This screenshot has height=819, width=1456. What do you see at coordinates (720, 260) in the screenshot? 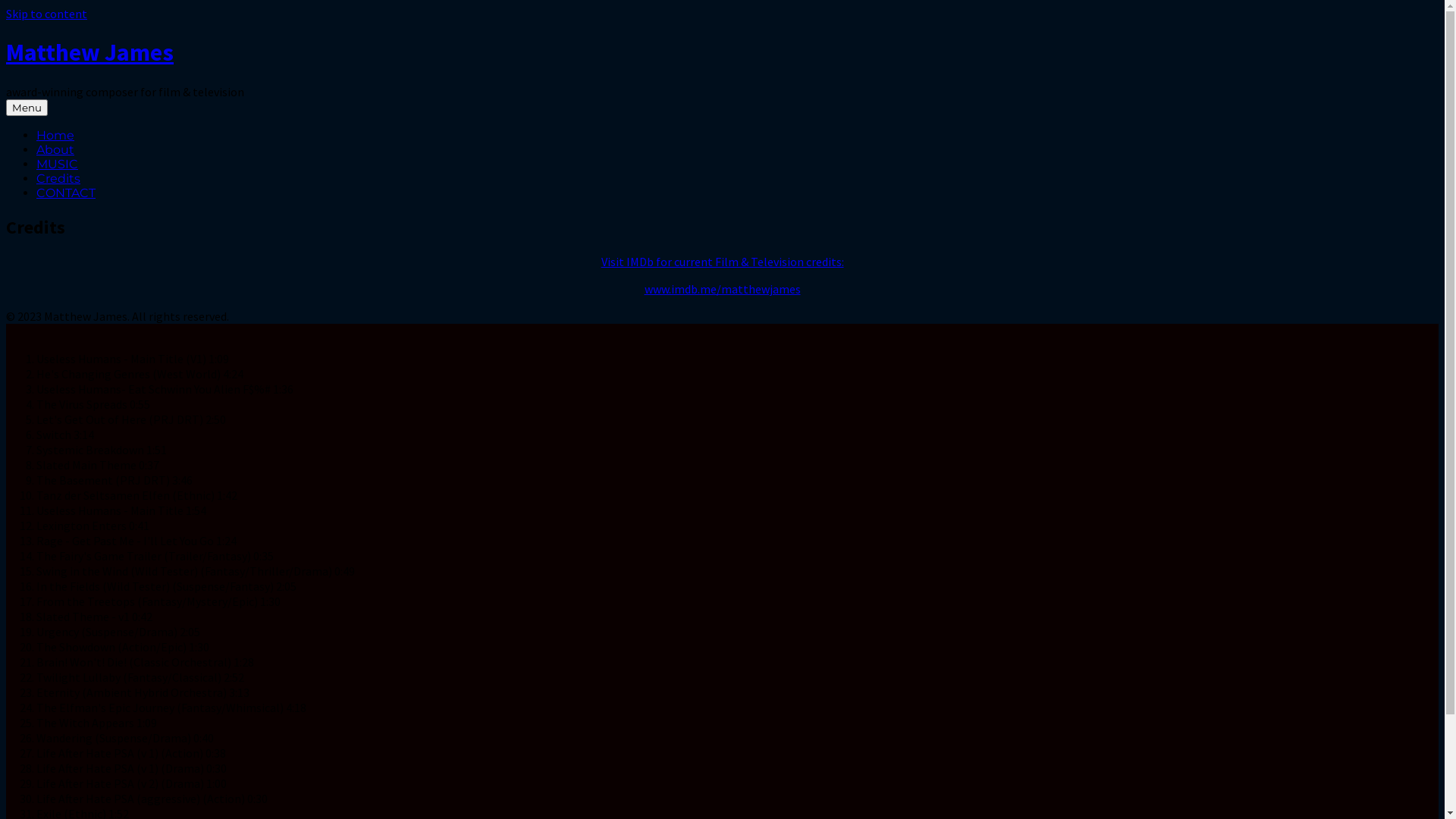
I see `'Visit IMDb for current Film & Television credits:'` at bounding box center [720, 260].